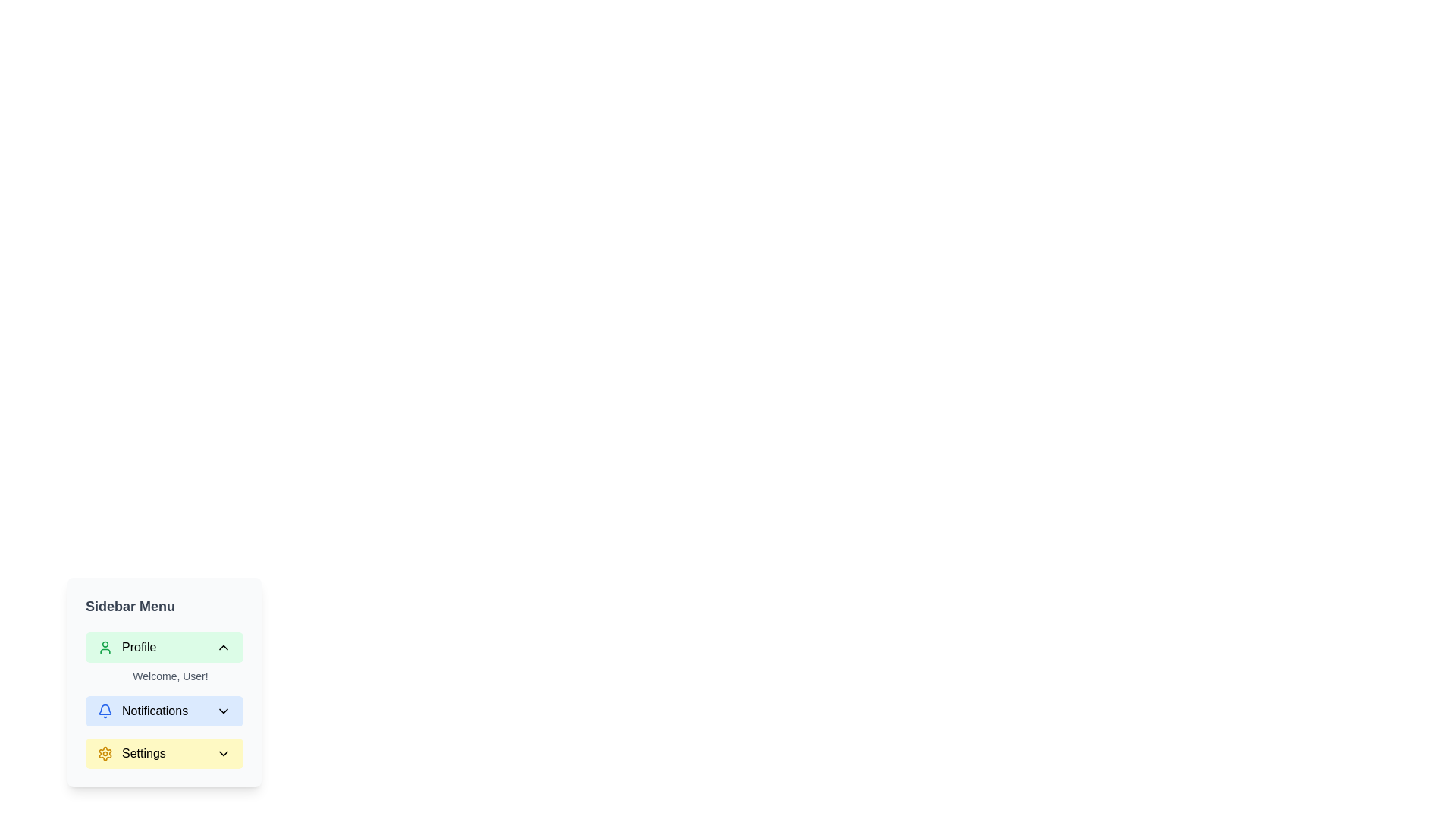 The image size is (1456, 819). What do you see at coordinates (105, 647) in the screenshot?
I see `the green user icon vector graphic, which is a person's silhouette located to the left of the 'Profile' text in the sidebar menu` at bounding box center [105, 647].